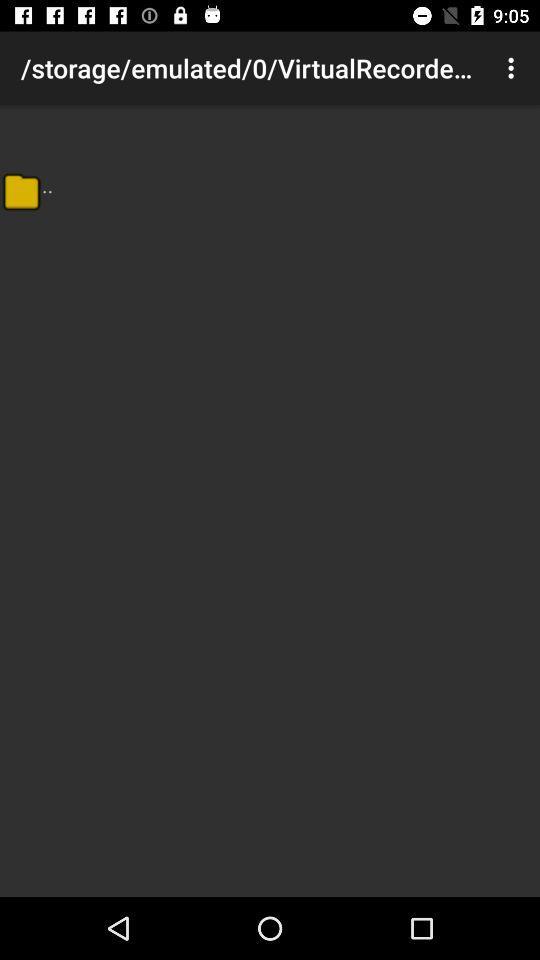  I want to click on .., so click(47, 184).